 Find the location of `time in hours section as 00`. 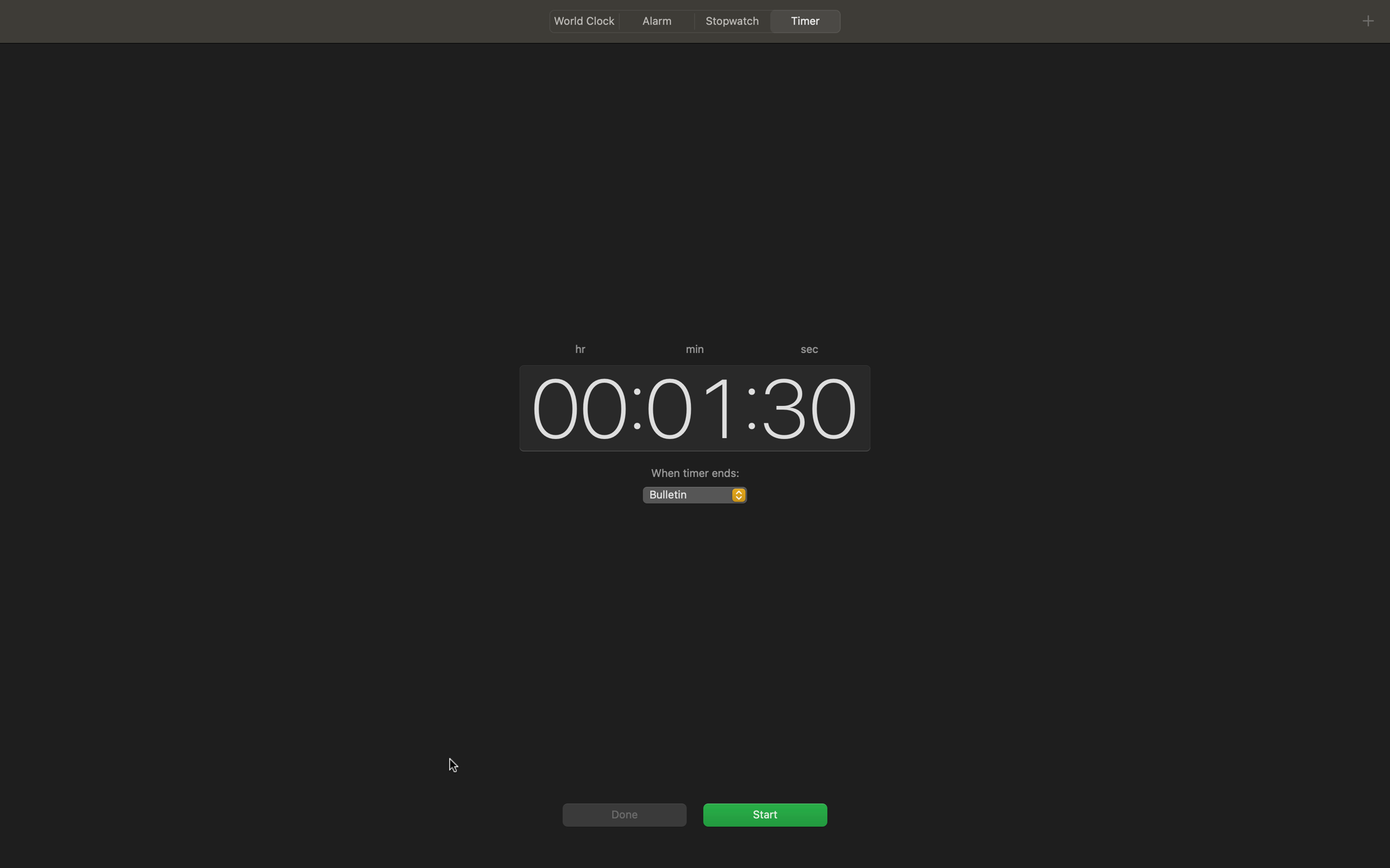

time in hours section as 00 is located at coordinates (574, 406).